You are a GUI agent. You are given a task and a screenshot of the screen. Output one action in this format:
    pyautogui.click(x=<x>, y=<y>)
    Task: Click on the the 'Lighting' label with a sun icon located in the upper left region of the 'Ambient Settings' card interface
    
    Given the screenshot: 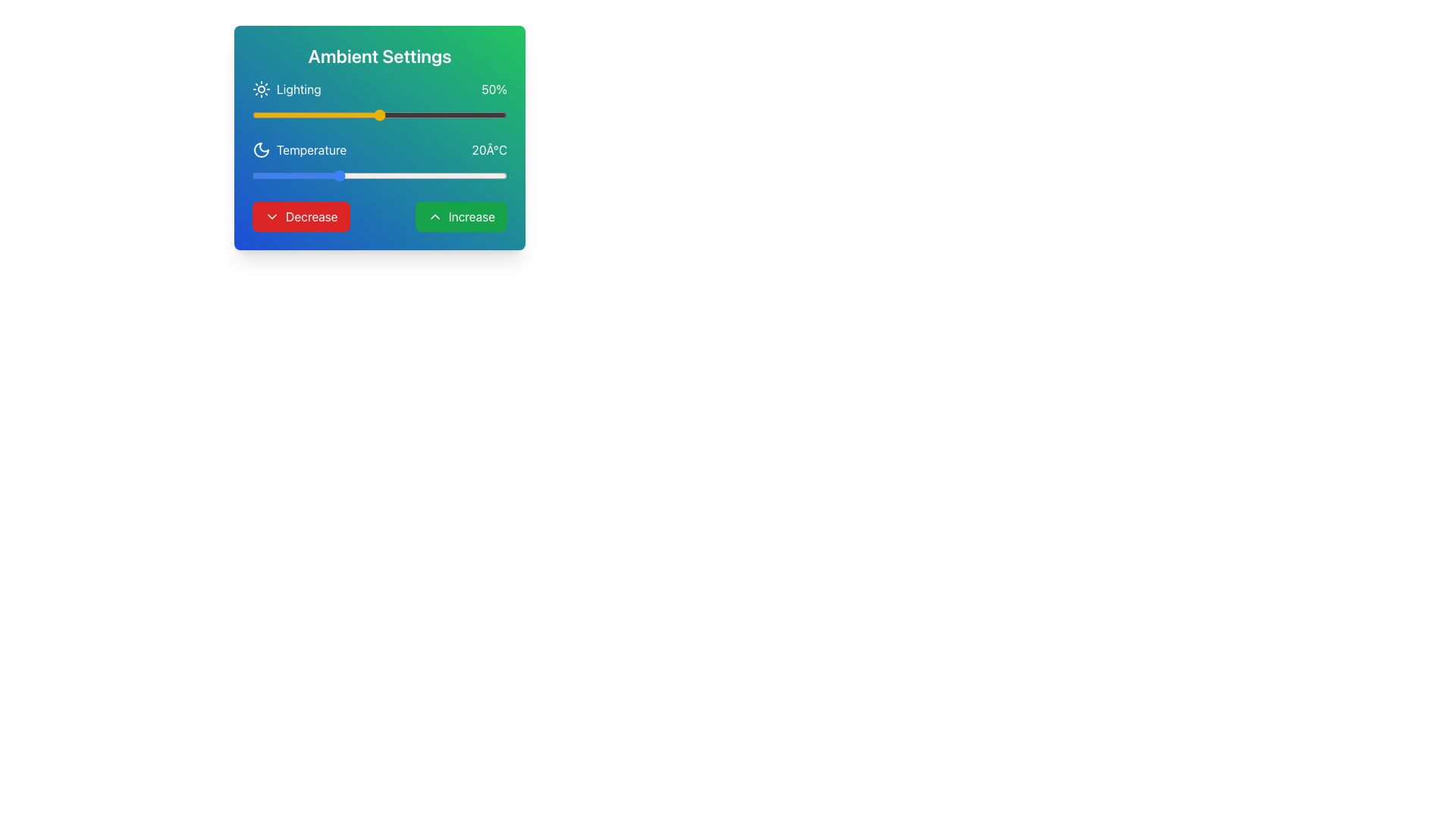 What is the action you would take?
    pyautogui.click(x=287, y=89)
    